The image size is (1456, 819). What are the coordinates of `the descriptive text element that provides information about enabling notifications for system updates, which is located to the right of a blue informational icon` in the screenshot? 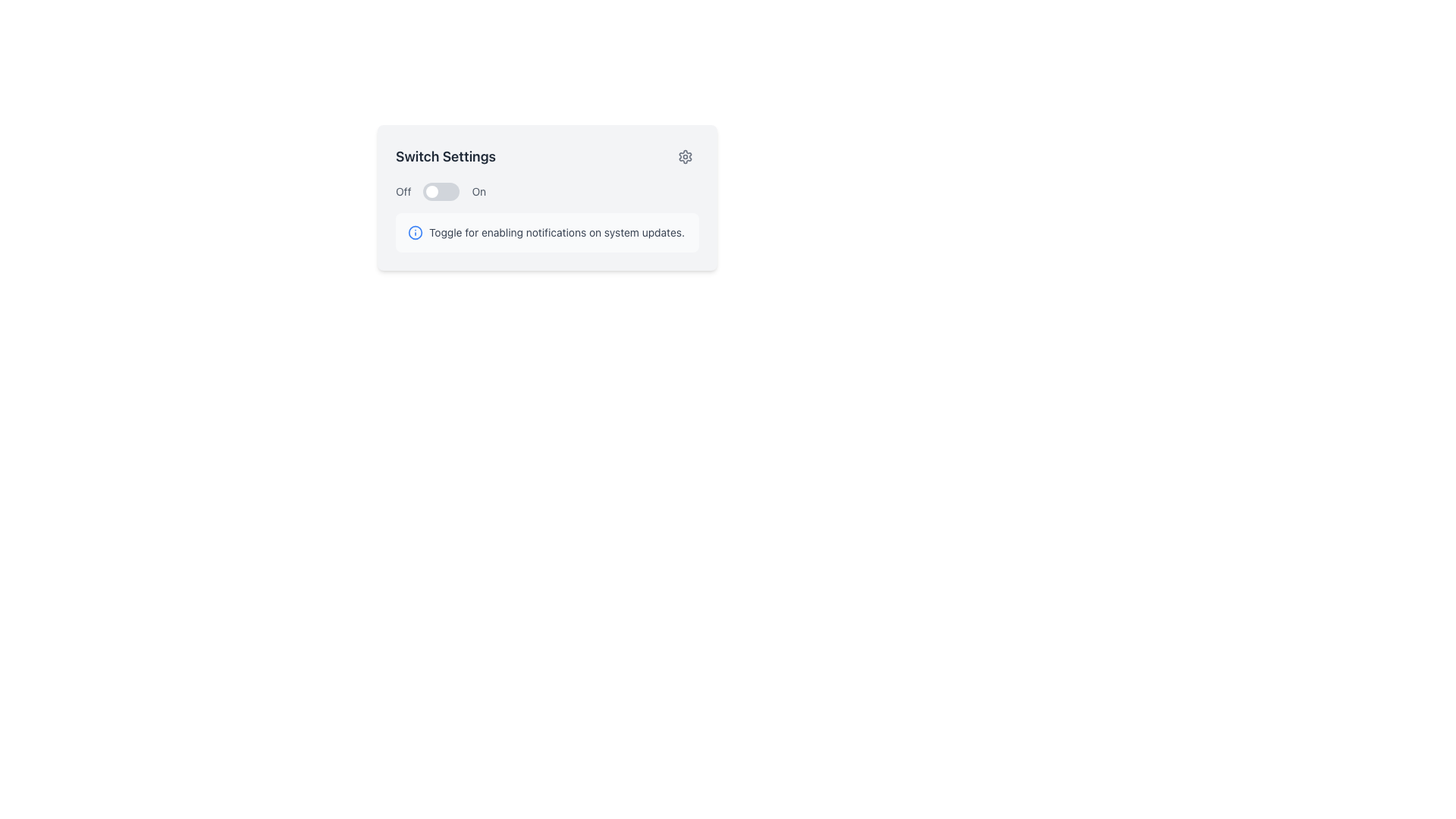 It's located at (546, 233).